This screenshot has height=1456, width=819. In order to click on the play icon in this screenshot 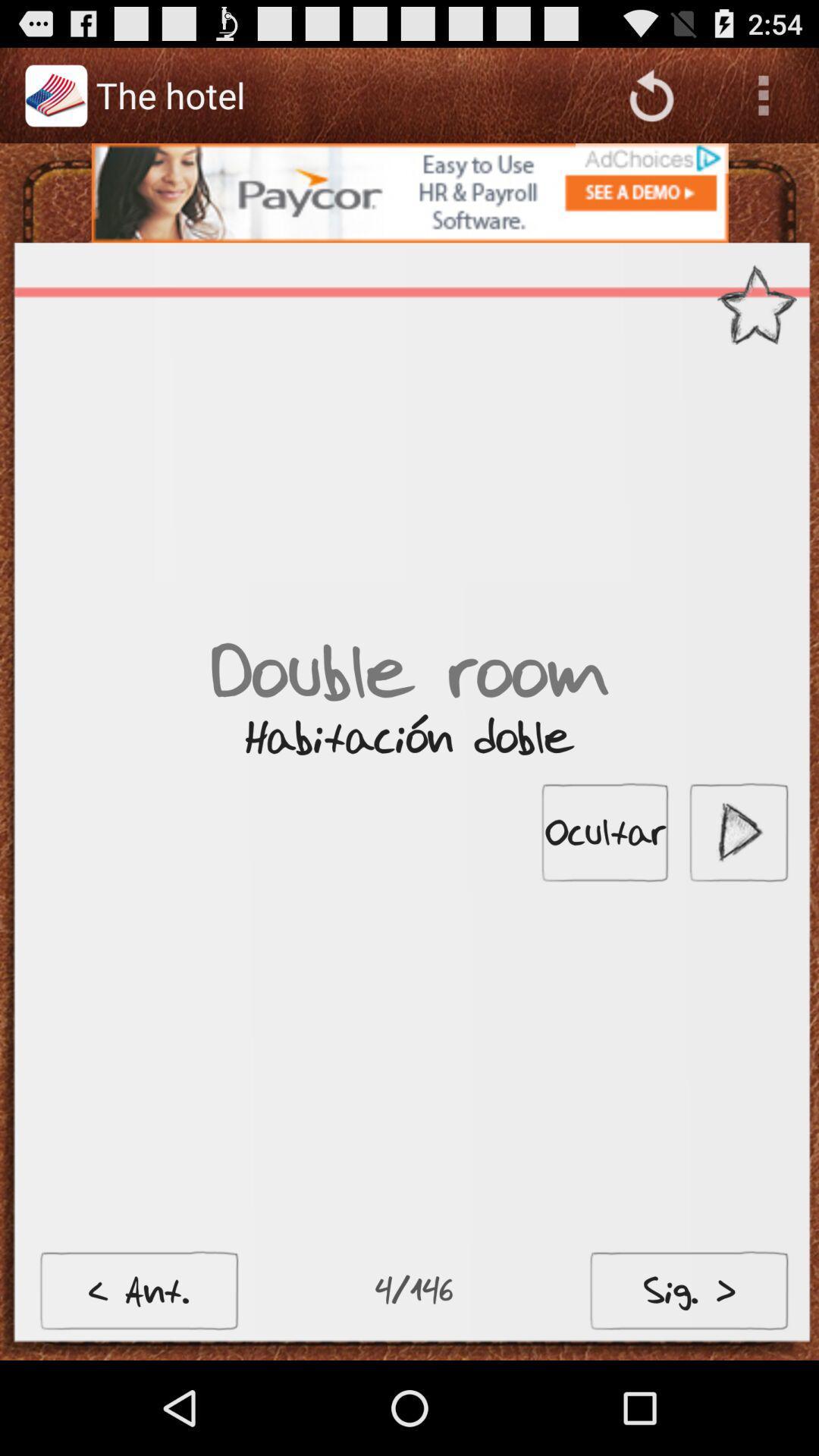, I will do `click(738, 890)`.